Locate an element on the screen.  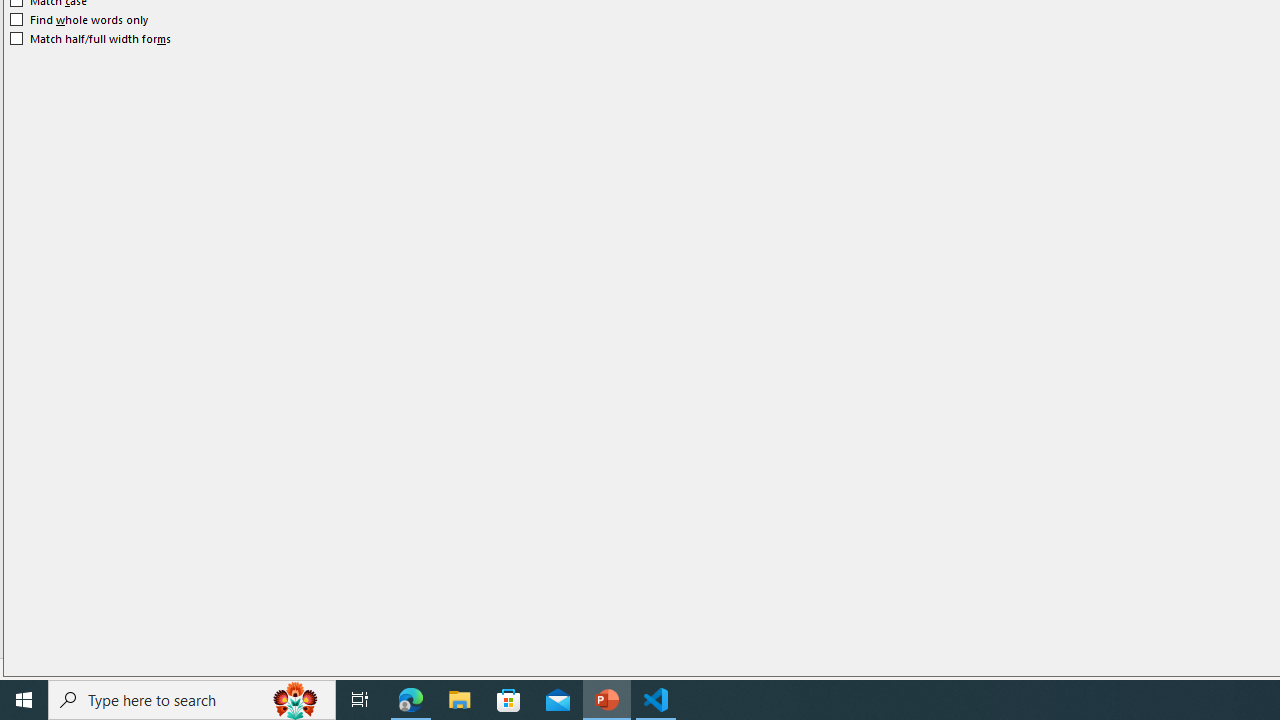
'Find whole words only' is located at coordinates (80, 20).